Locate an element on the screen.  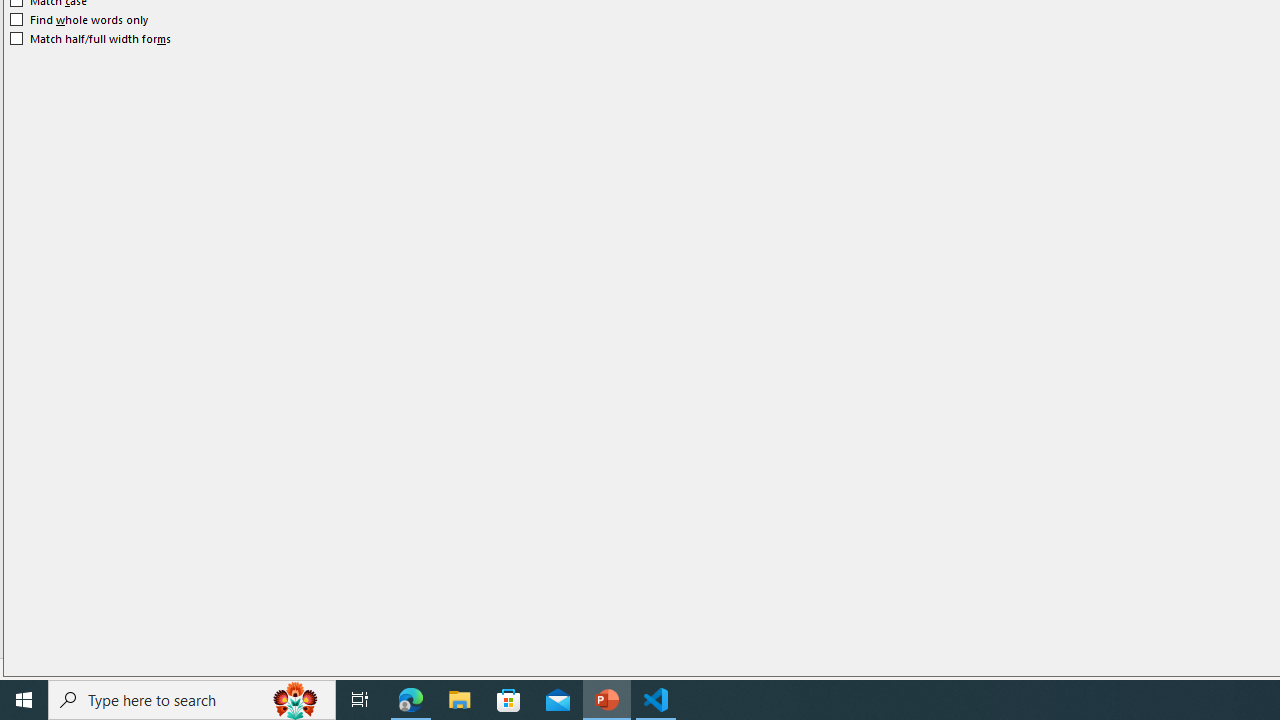
'Find whole words only' is located at coordinates (80, 20).